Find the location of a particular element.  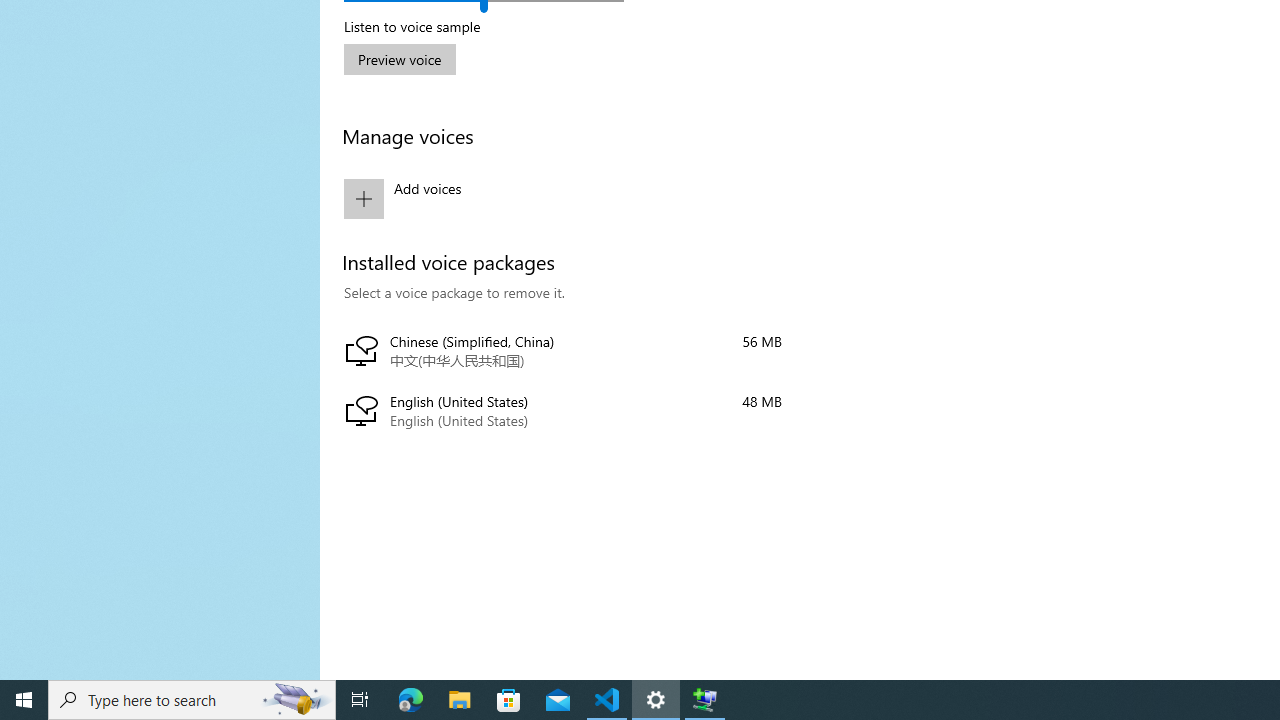

'Preview voice' is located at coordinates (400, 58).